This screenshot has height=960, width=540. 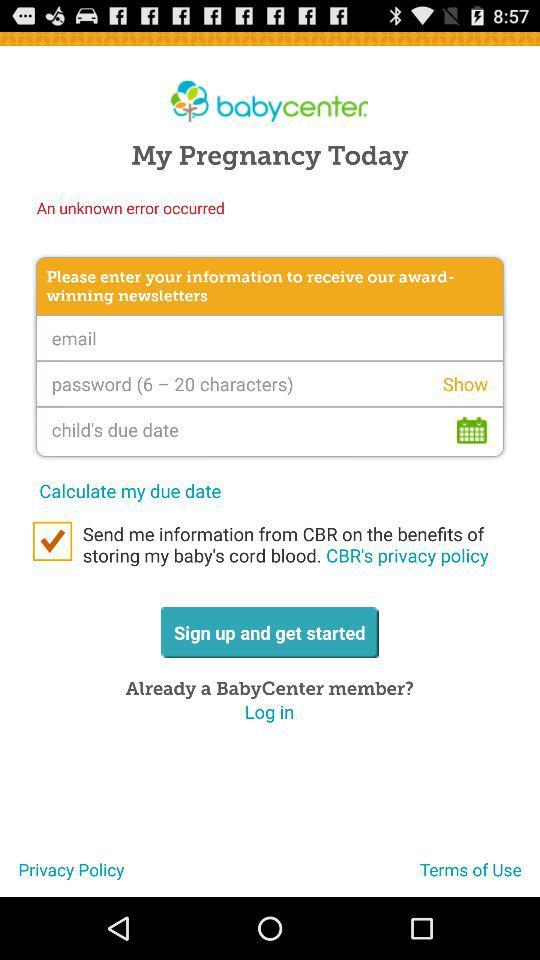 I want to click on the e-mail address, so click(x=270, y=338).